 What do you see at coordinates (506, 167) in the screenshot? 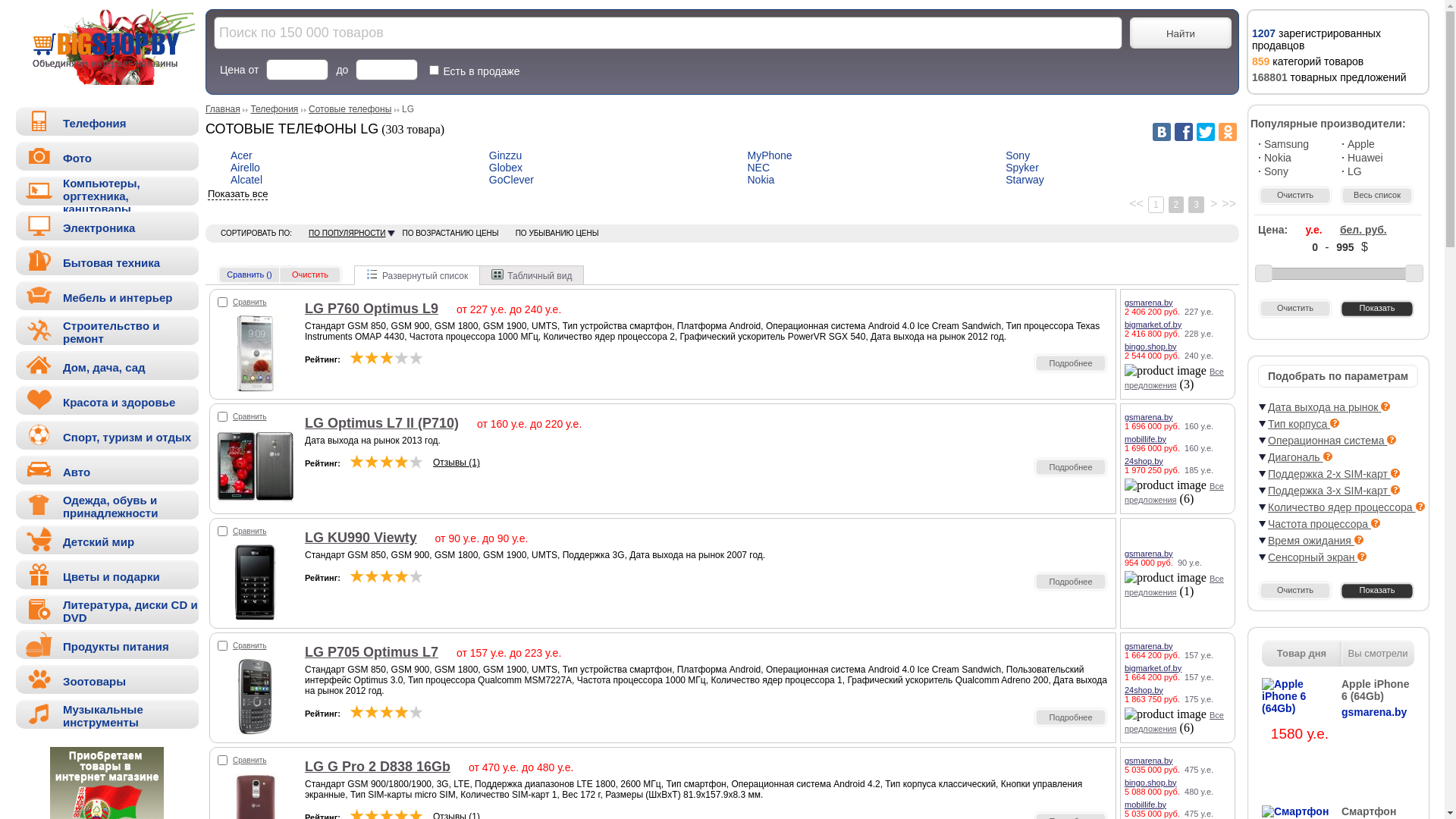
I see `'Globex'` at bounding box center [506, 167].